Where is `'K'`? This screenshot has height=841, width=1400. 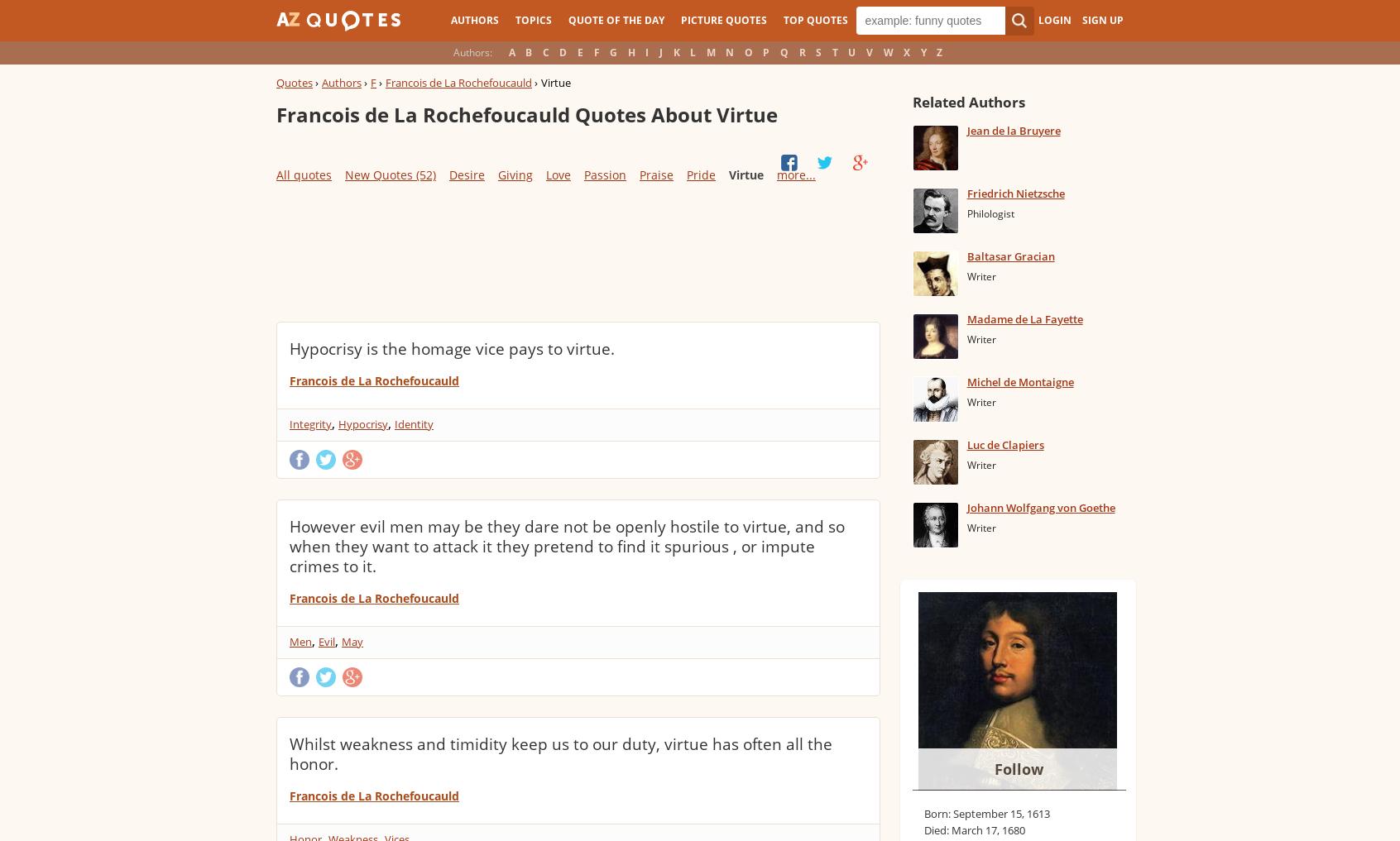
'K' is located at coordinates (676, 52).